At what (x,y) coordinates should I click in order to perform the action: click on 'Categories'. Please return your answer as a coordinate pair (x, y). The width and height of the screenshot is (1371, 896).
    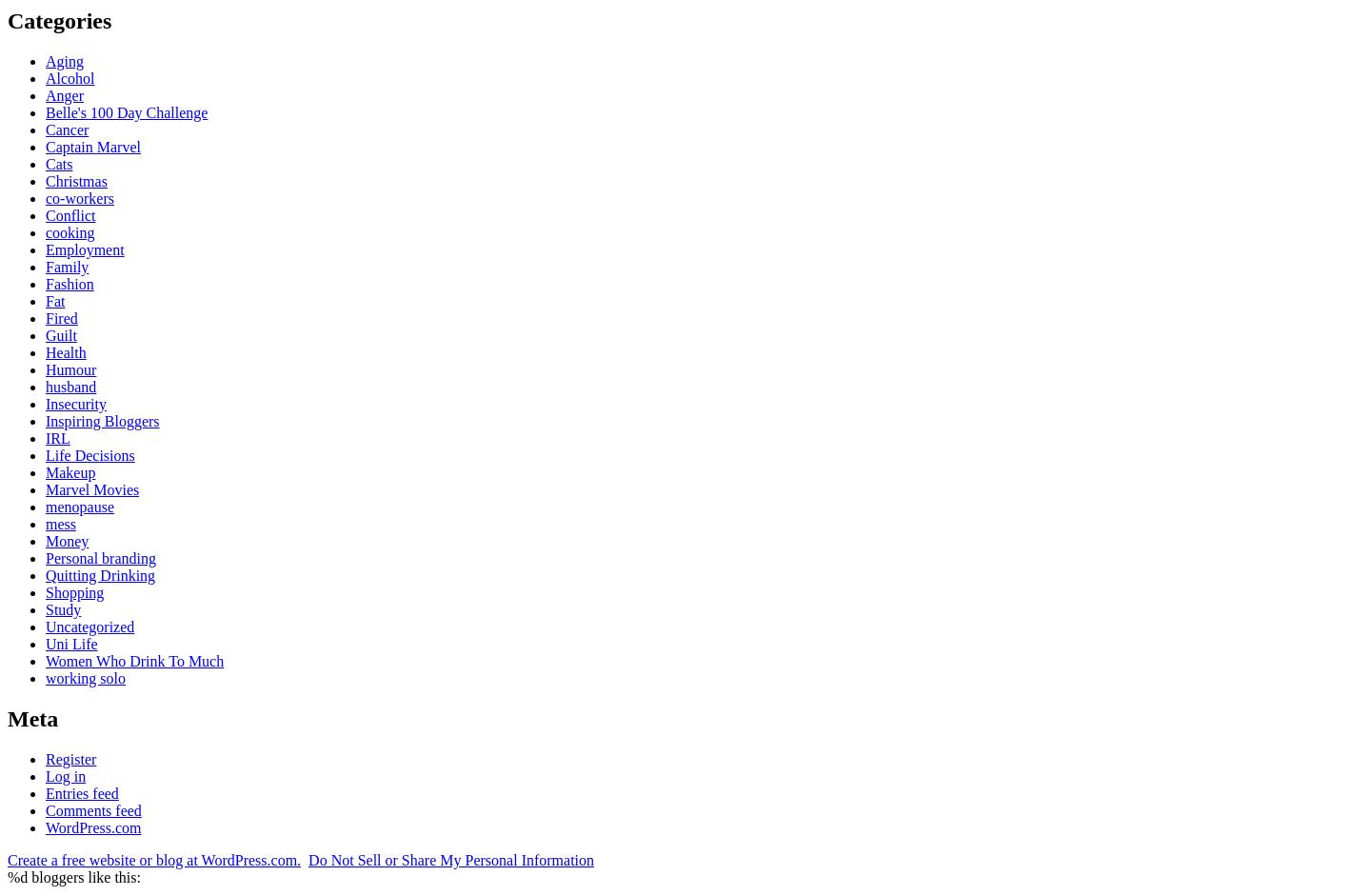
    Looking at the image, I should click on (59, 19).